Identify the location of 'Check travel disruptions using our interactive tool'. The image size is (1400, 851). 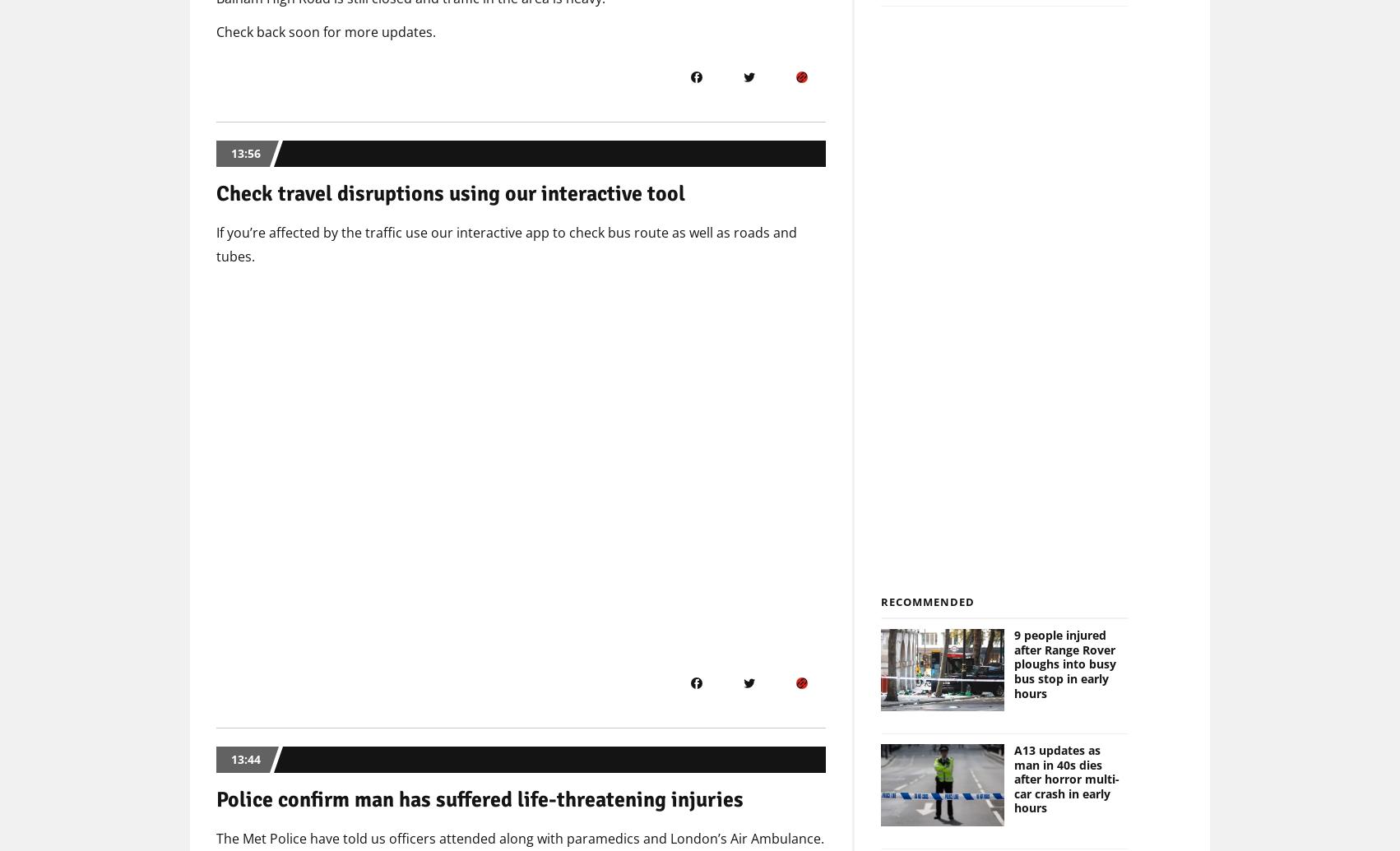
(450, 193).